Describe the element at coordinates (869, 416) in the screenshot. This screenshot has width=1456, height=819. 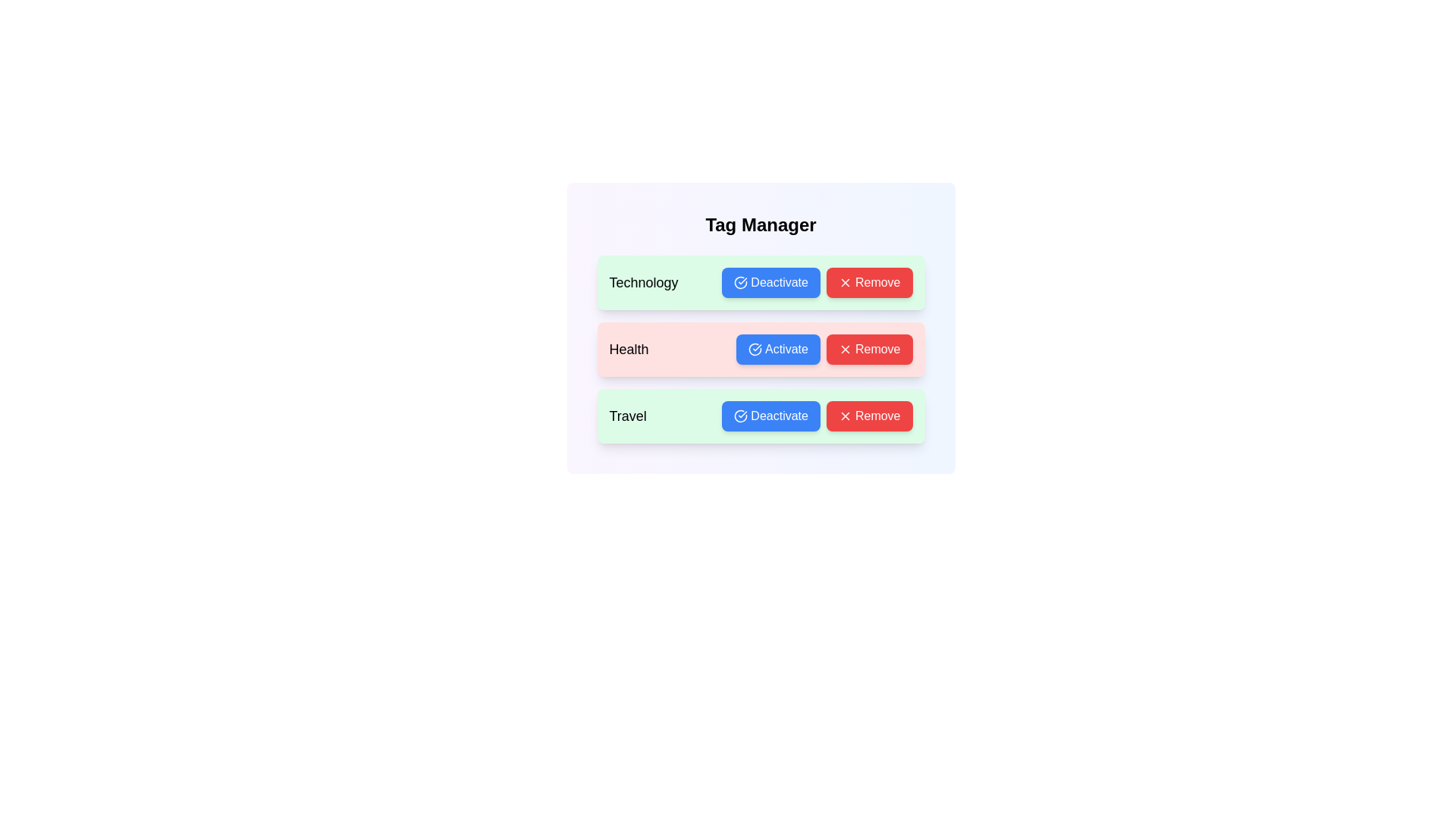
I see `'Remove' button for the tag with name Travel` at that location.